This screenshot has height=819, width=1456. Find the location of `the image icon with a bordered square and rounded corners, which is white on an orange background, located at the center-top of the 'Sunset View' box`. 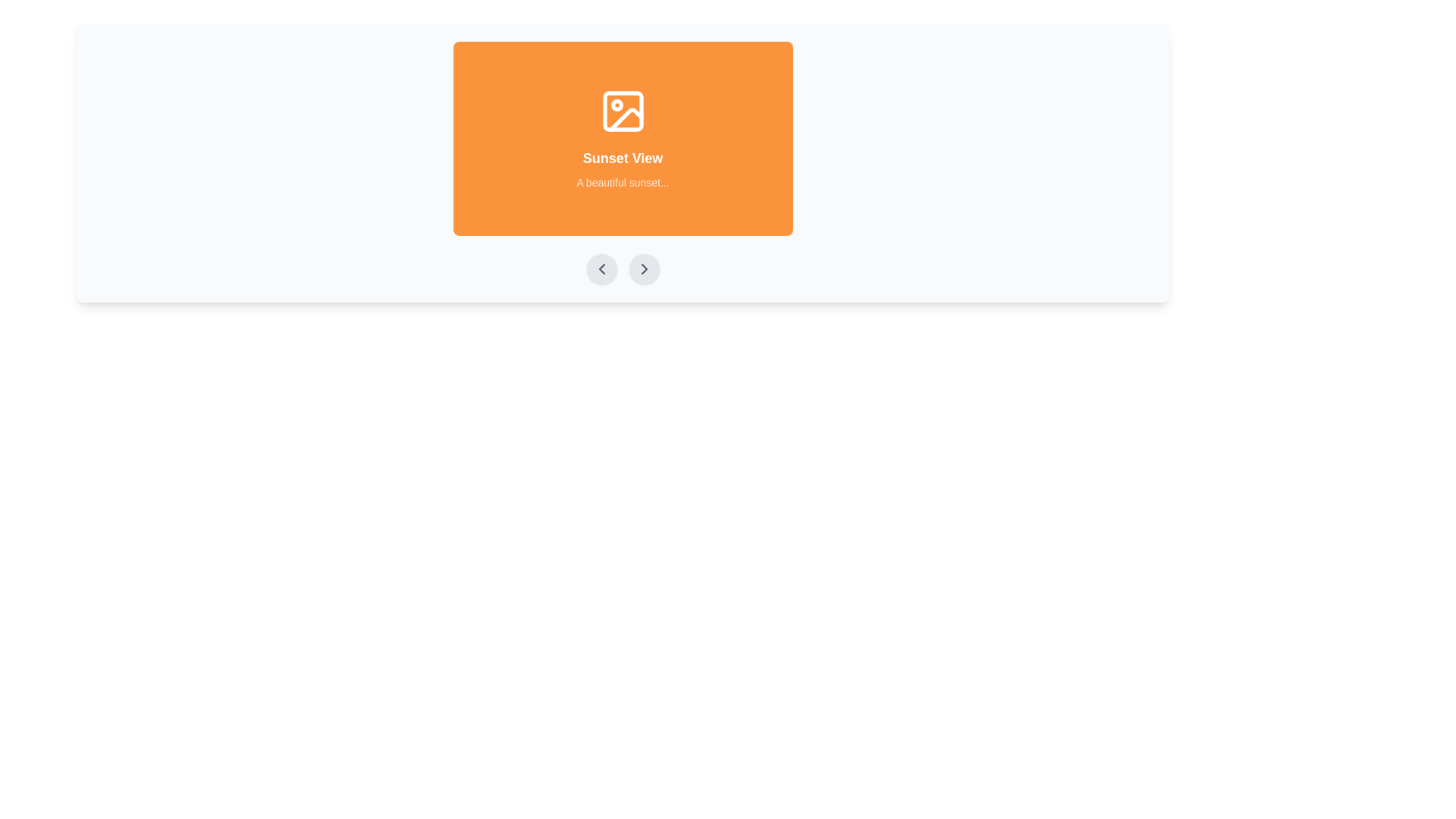

the image icon with a bordered square and rounded corners, which is white on an orange background, located at the center-top of the 'Sunset View' box is located at coordinates (623, 110).